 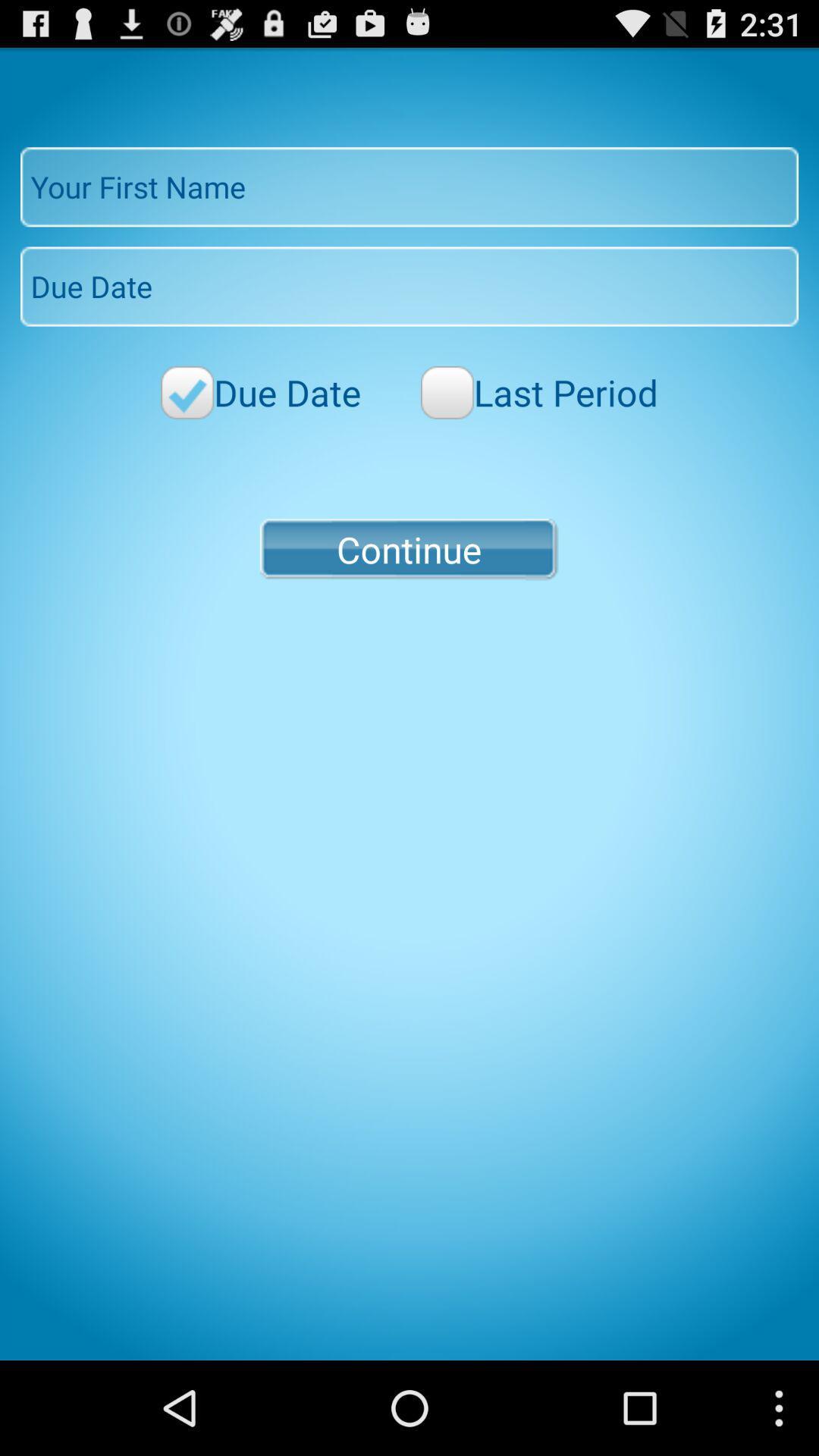 What do you see at coordinates (538, 392) in the screenshot?
I see `button above continue button` at bounding box center [538, 392].